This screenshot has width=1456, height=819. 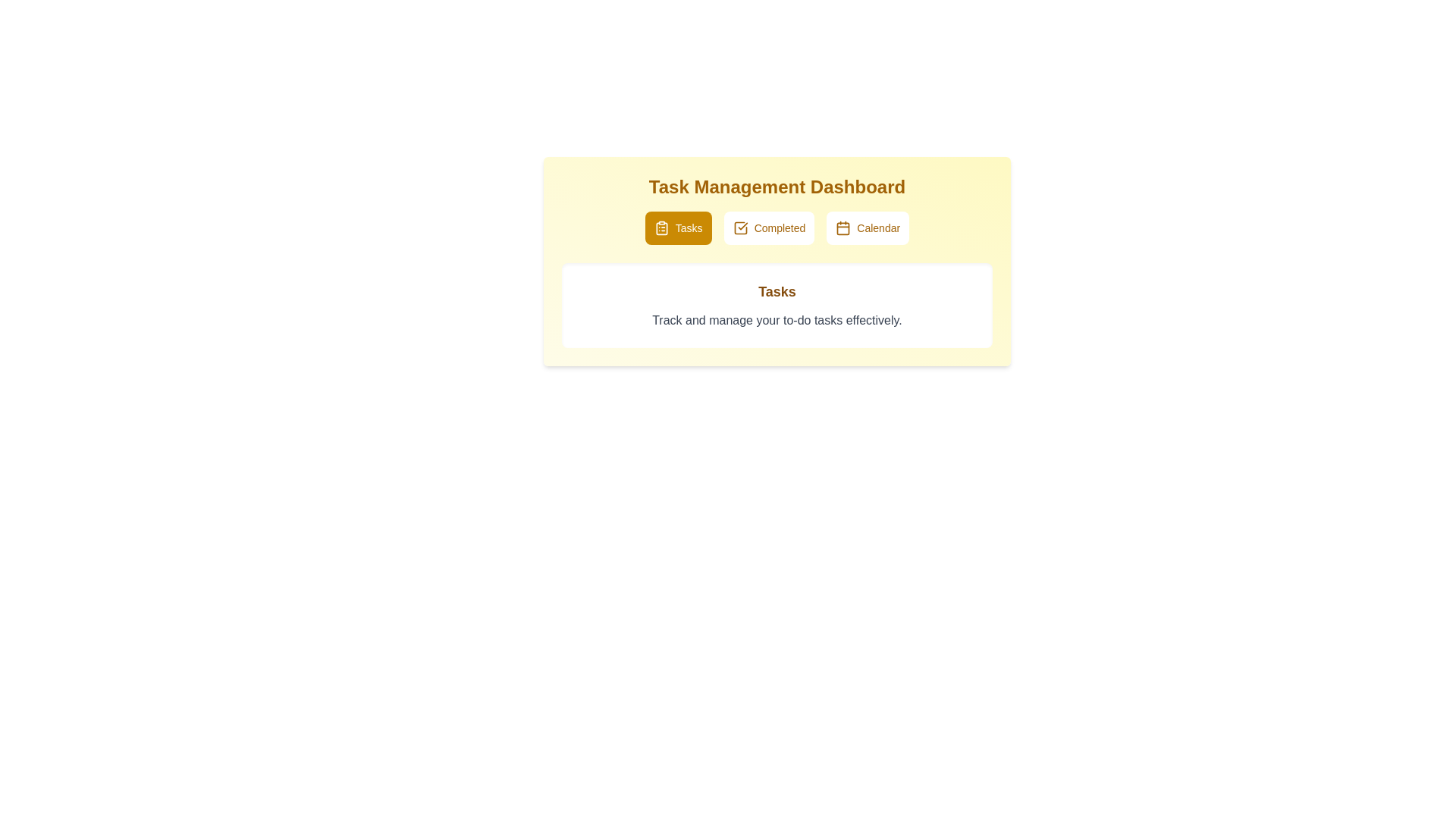 What do you see at coordinates (769, 227) in the screenshot?
I see `the Completed tab by clicking its button` at bounding box center [769, 227].